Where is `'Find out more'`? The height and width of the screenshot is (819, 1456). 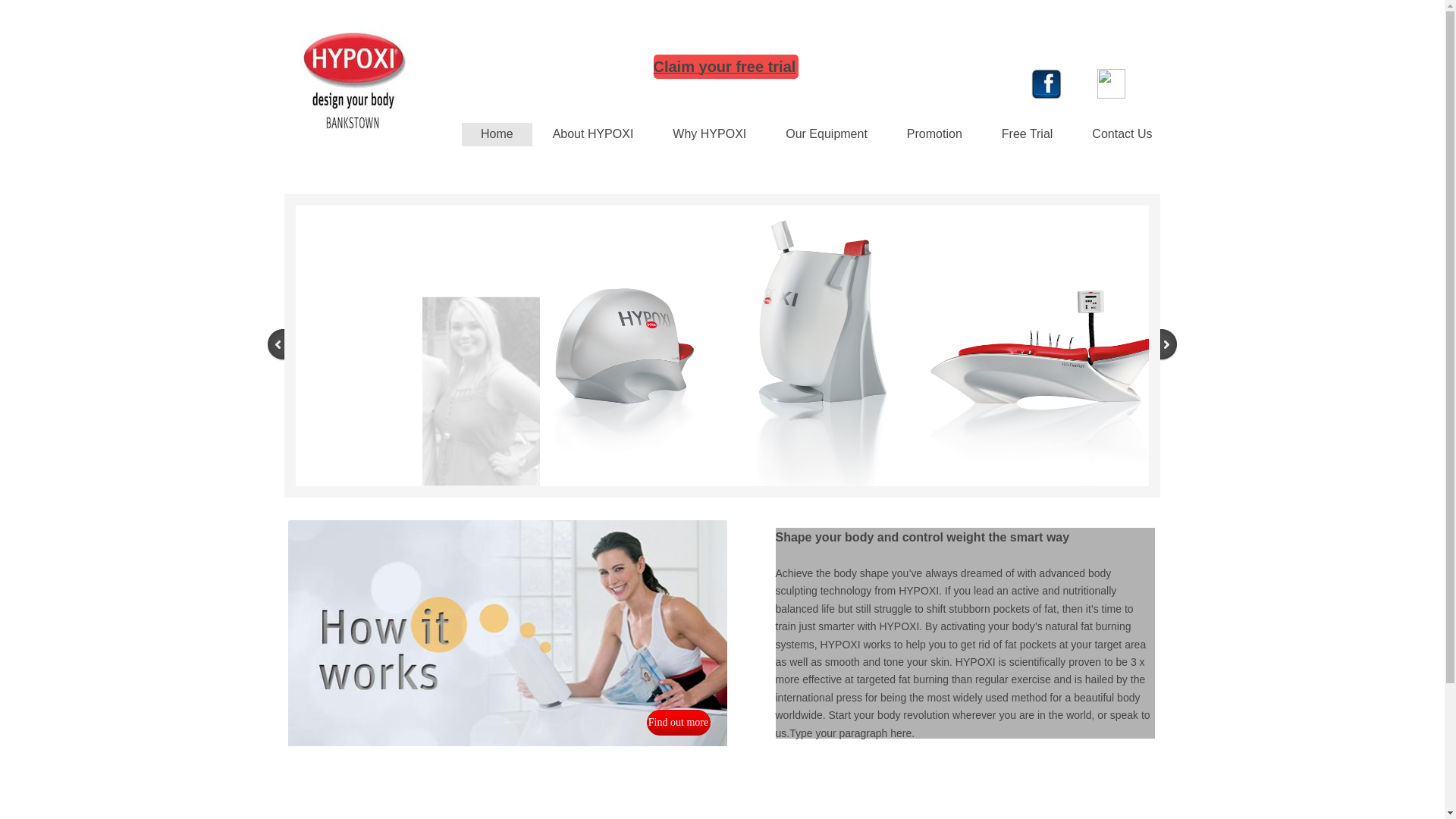
'Find out more' is located at coordinates (676, 721).